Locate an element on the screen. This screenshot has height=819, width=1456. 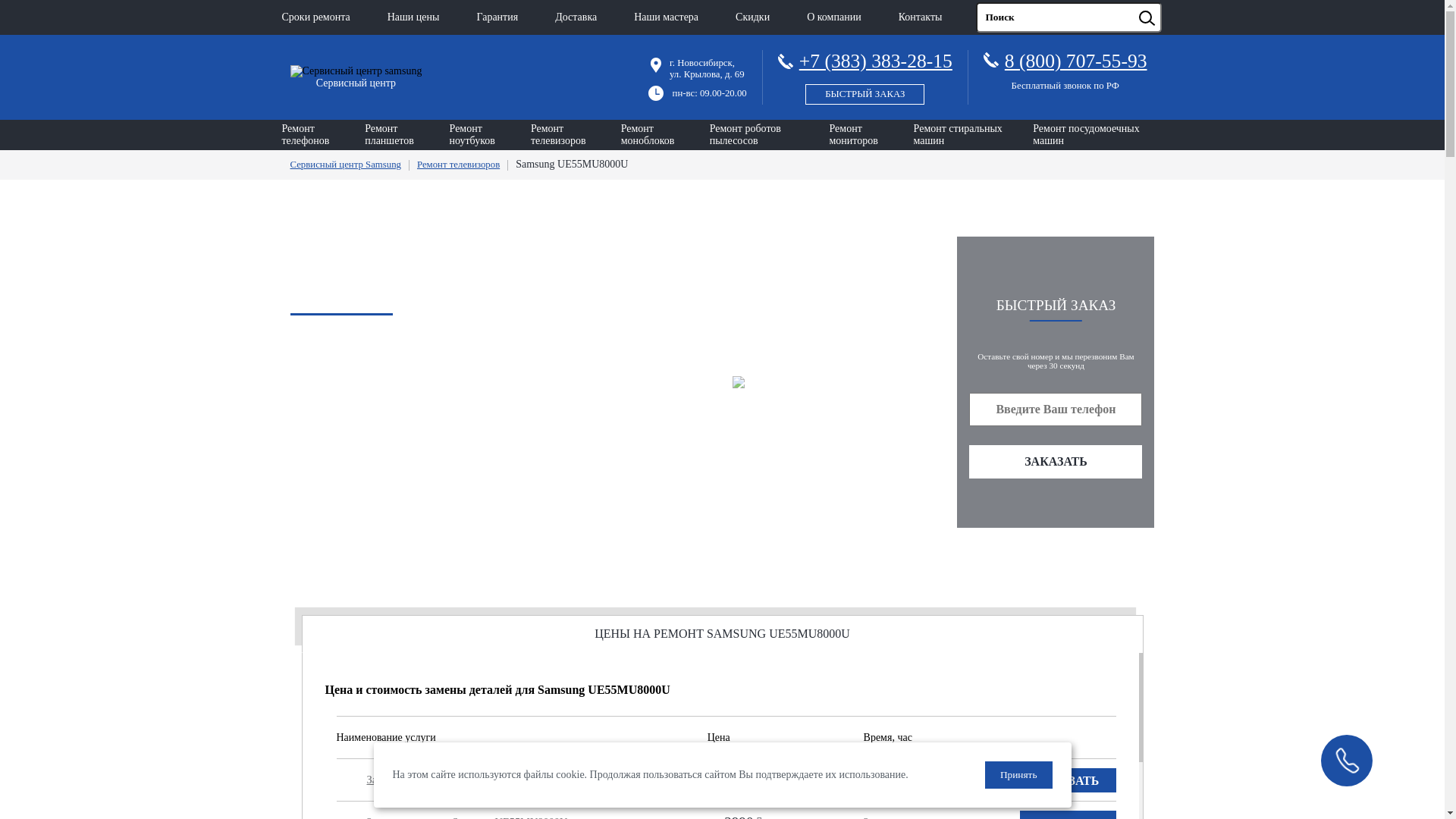
'8 (800) 707-55-93' is located at coordinates (1004, 60).